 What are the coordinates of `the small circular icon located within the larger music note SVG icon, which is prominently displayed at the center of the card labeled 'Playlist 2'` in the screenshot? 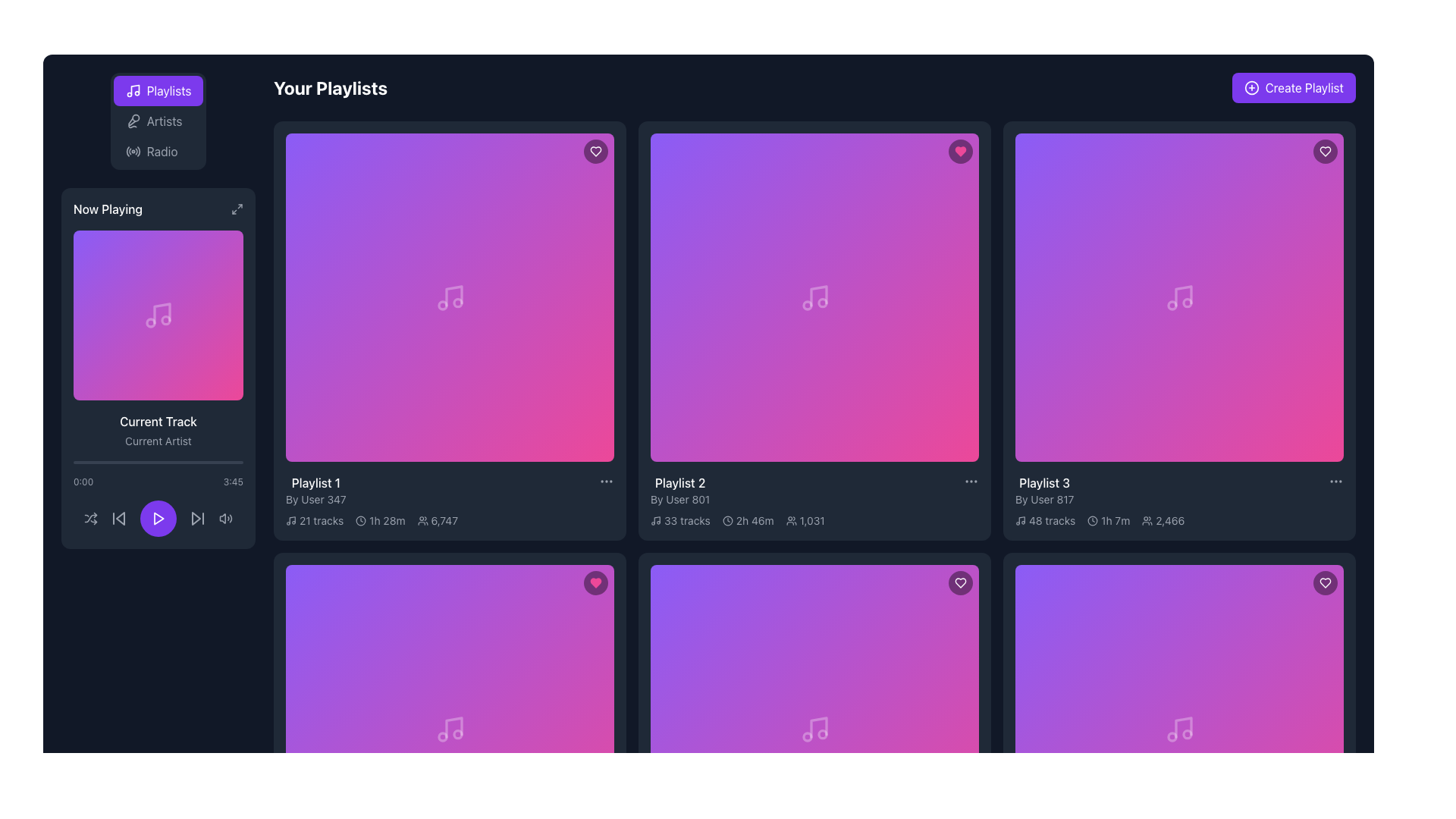 It's located at (806, 305).